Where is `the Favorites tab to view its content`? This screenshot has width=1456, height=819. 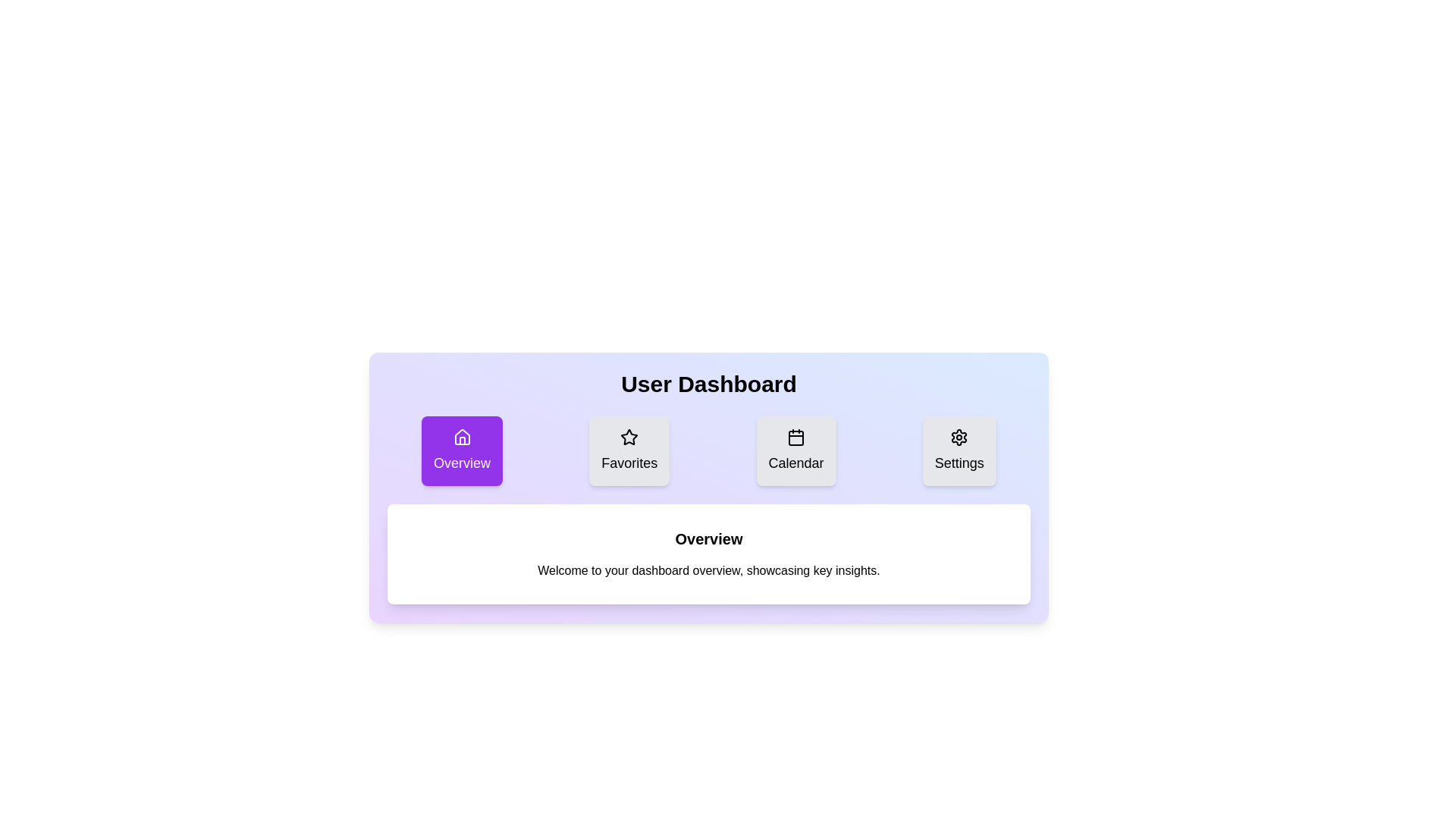 the Favorites tab to view its content is located at coordinates (629, 450).